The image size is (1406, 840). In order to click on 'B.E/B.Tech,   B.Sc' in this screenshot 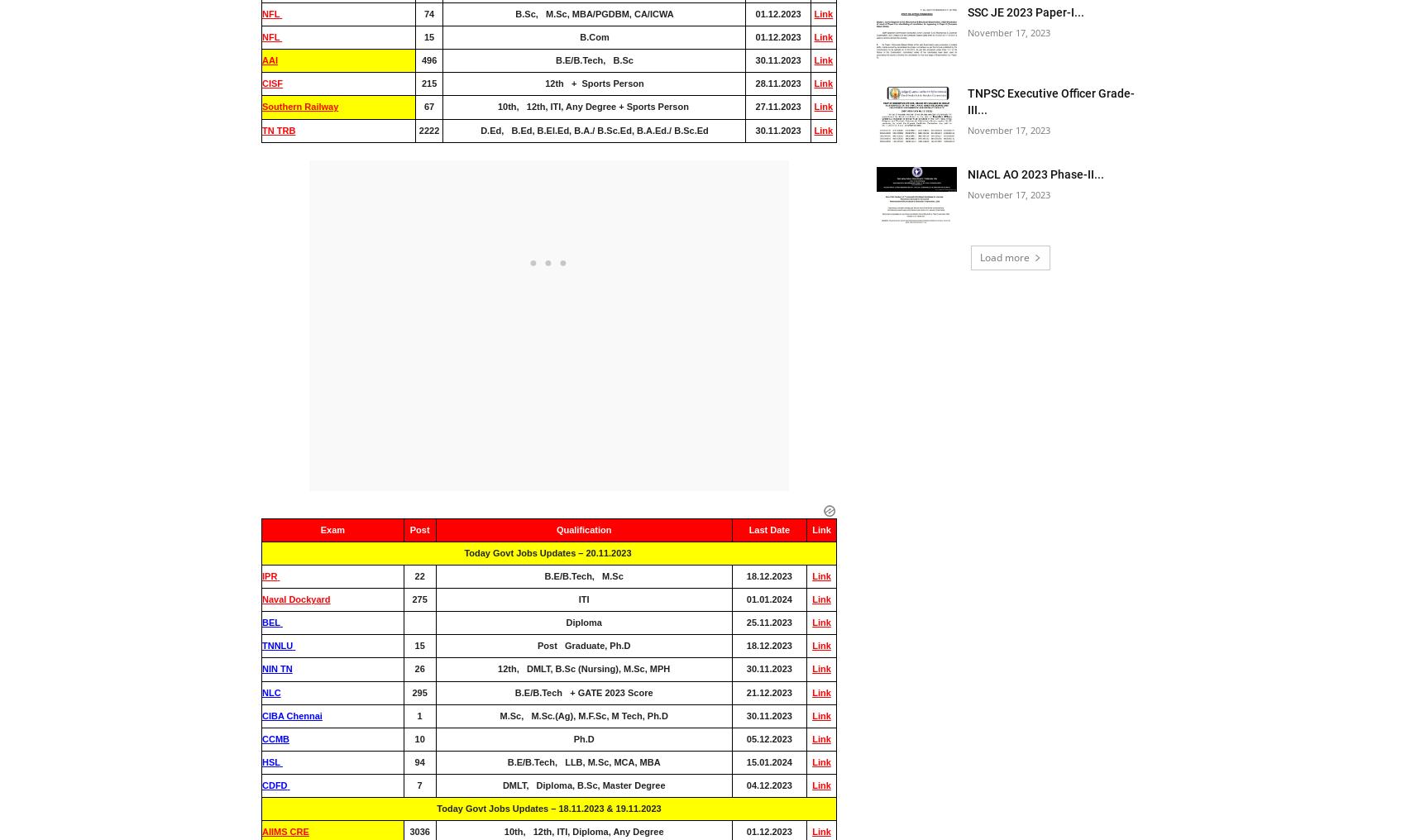, I will do `click(594, 60)`.